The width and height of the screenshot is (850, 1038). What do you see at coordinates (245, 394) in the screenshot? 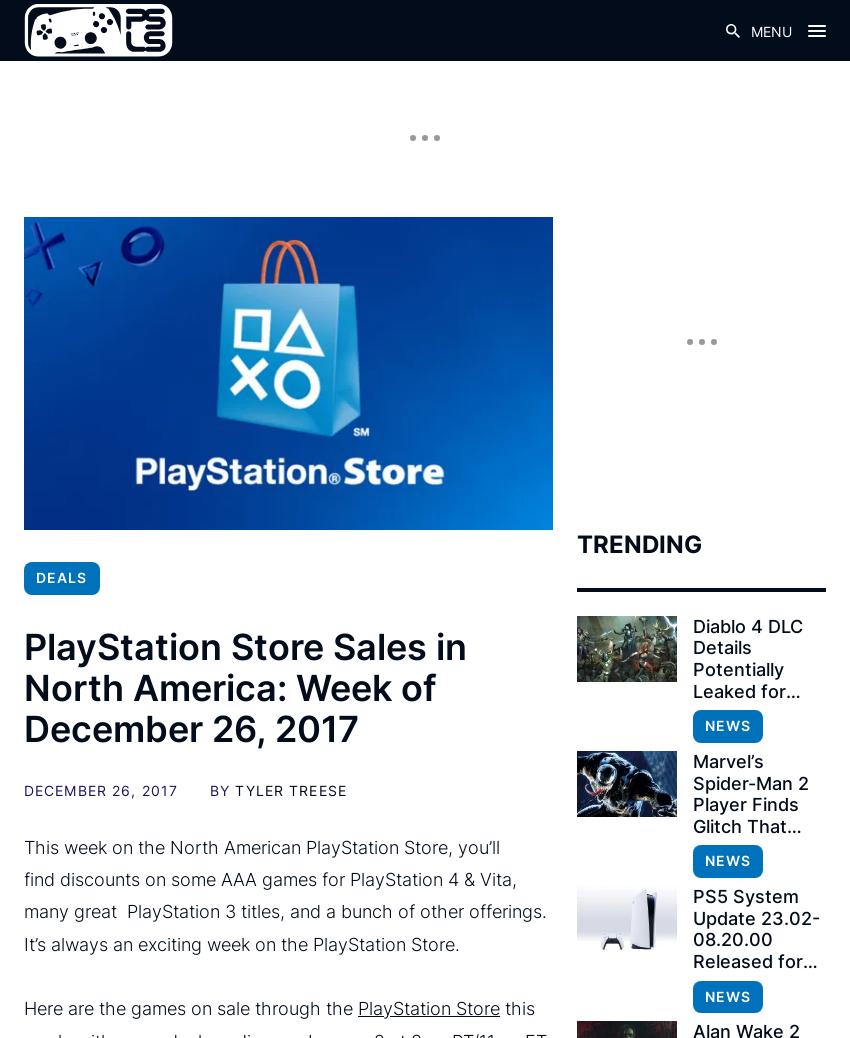
I see `'Crypt of the NecroDancer – $2.99'` at bounding box center [245, 394].